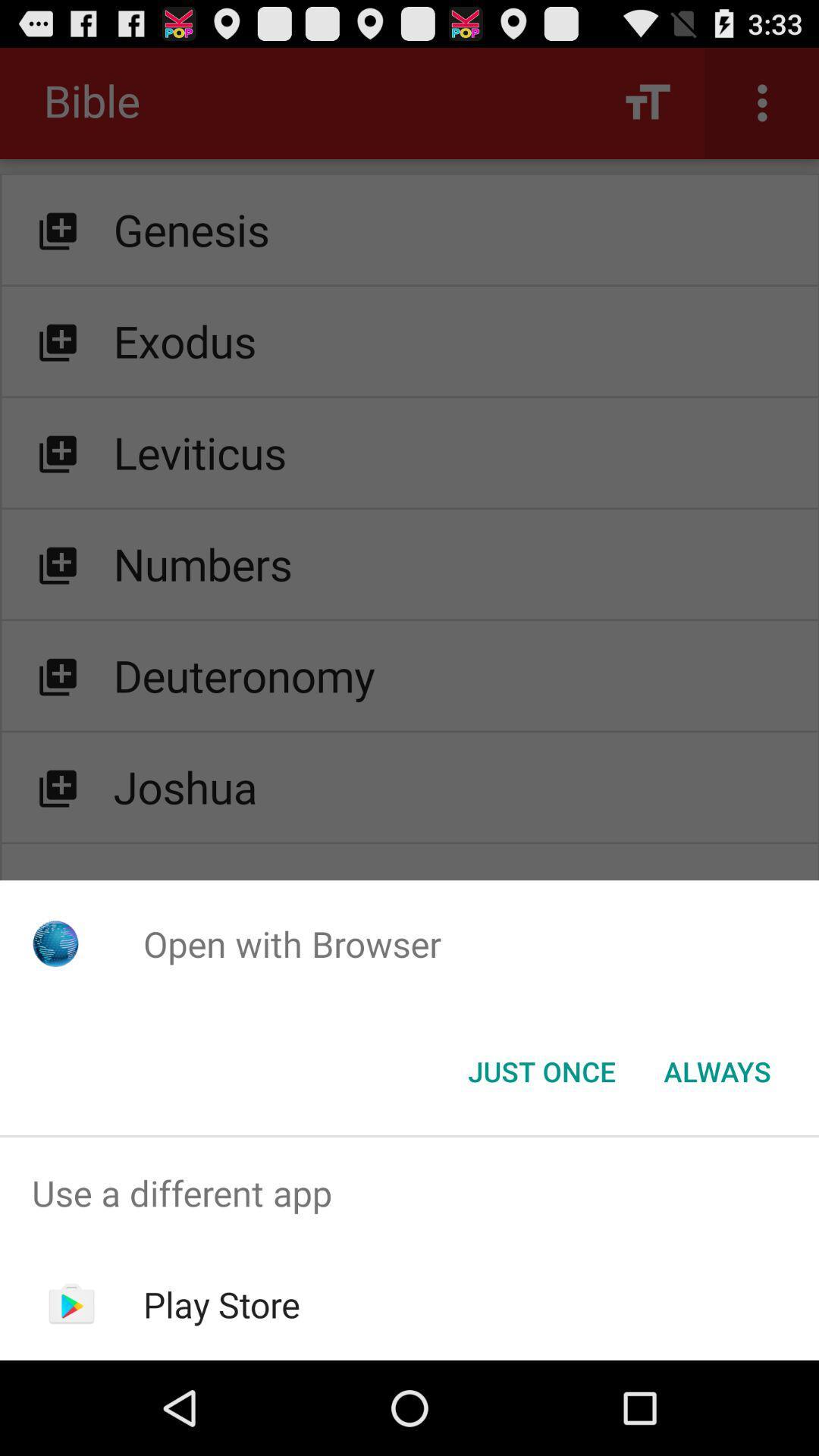  I want to click on the item below use a different item, so click(221, 1304).